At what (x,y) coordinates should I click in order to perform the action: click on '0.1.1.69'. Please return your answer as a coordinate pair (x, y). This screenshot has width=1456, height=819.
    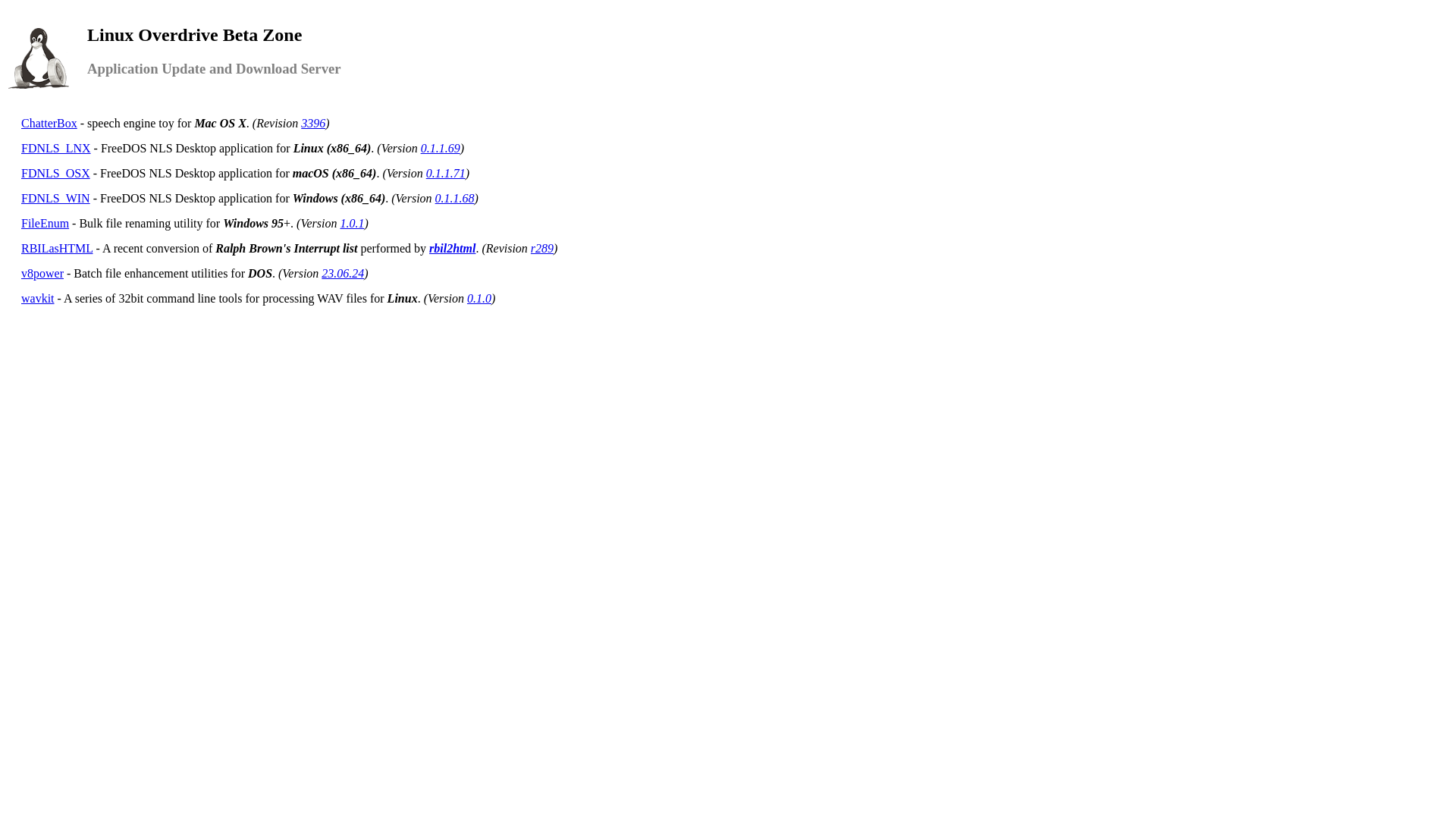
    Looking at the image, I should click on (421, 148).